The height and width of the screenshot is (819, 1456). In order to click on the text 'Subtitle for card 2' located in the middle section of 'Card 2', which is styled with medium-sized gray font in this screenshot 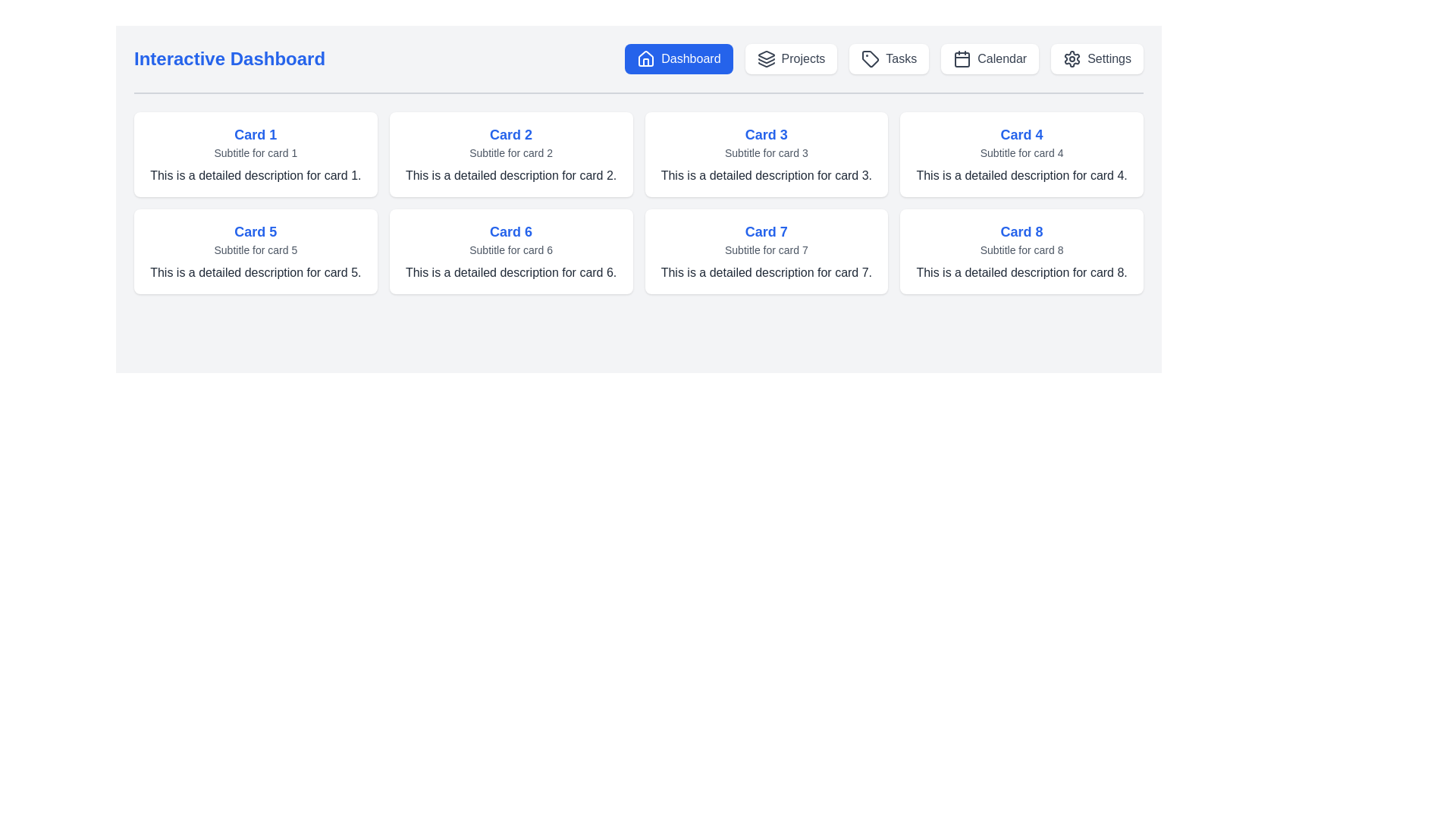, I will do `click(511, 152)`.